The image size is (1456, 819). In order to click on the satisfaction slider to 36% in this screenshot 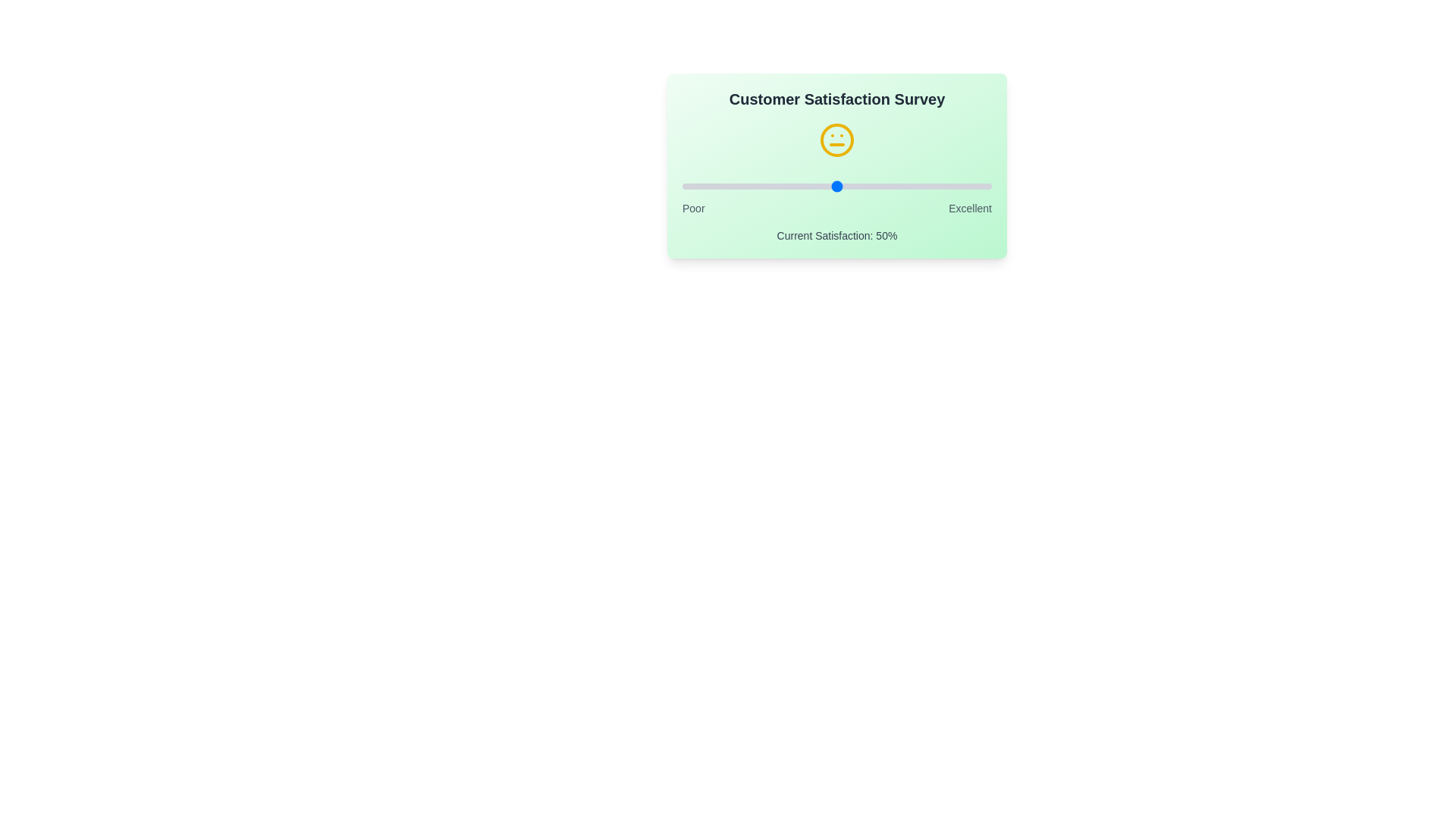, I will do `click(792, 186)`.